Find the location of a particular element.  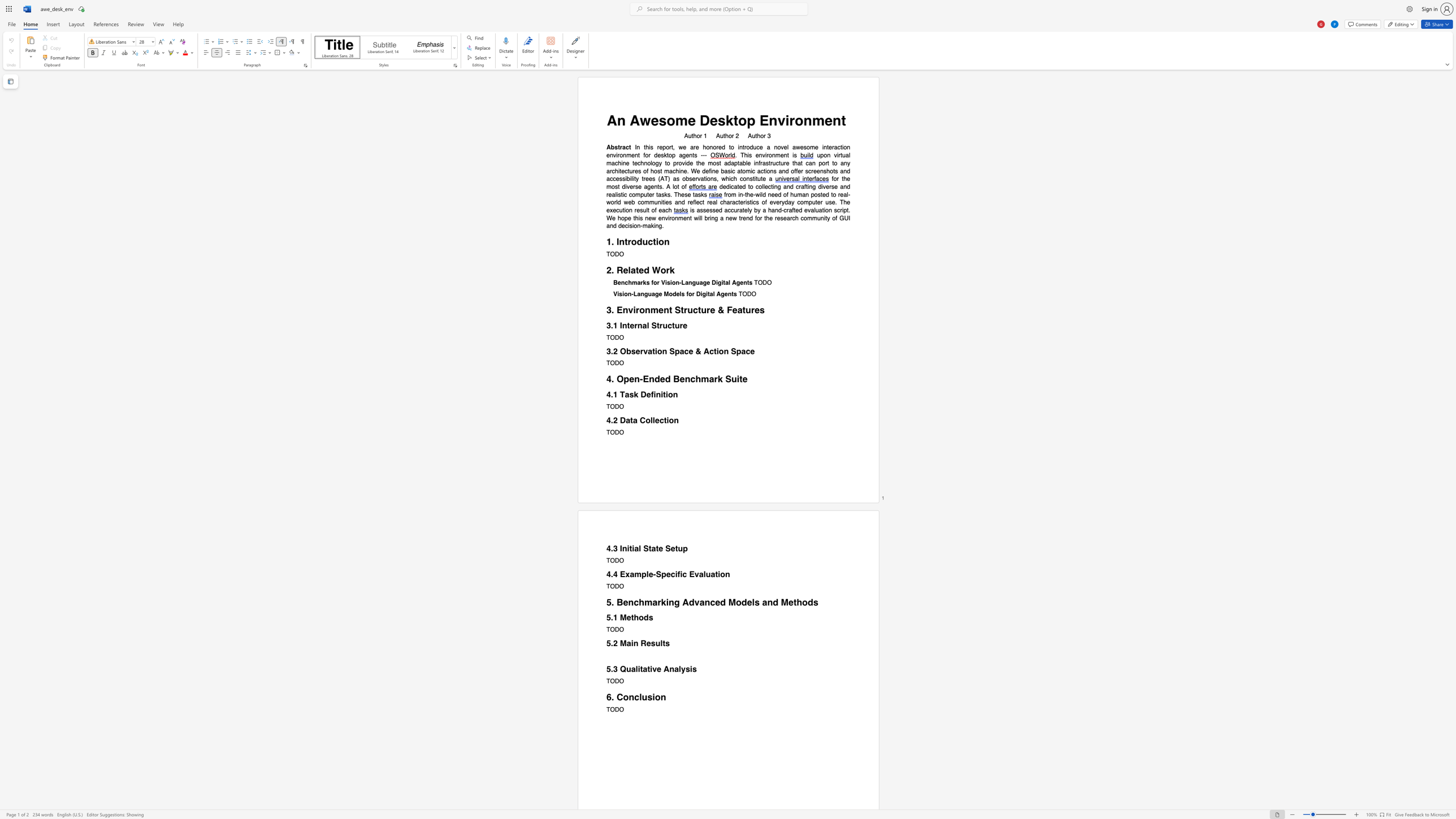

the subset text "ro" within the text "1. Introduction" is located at coordinates (627, 241).